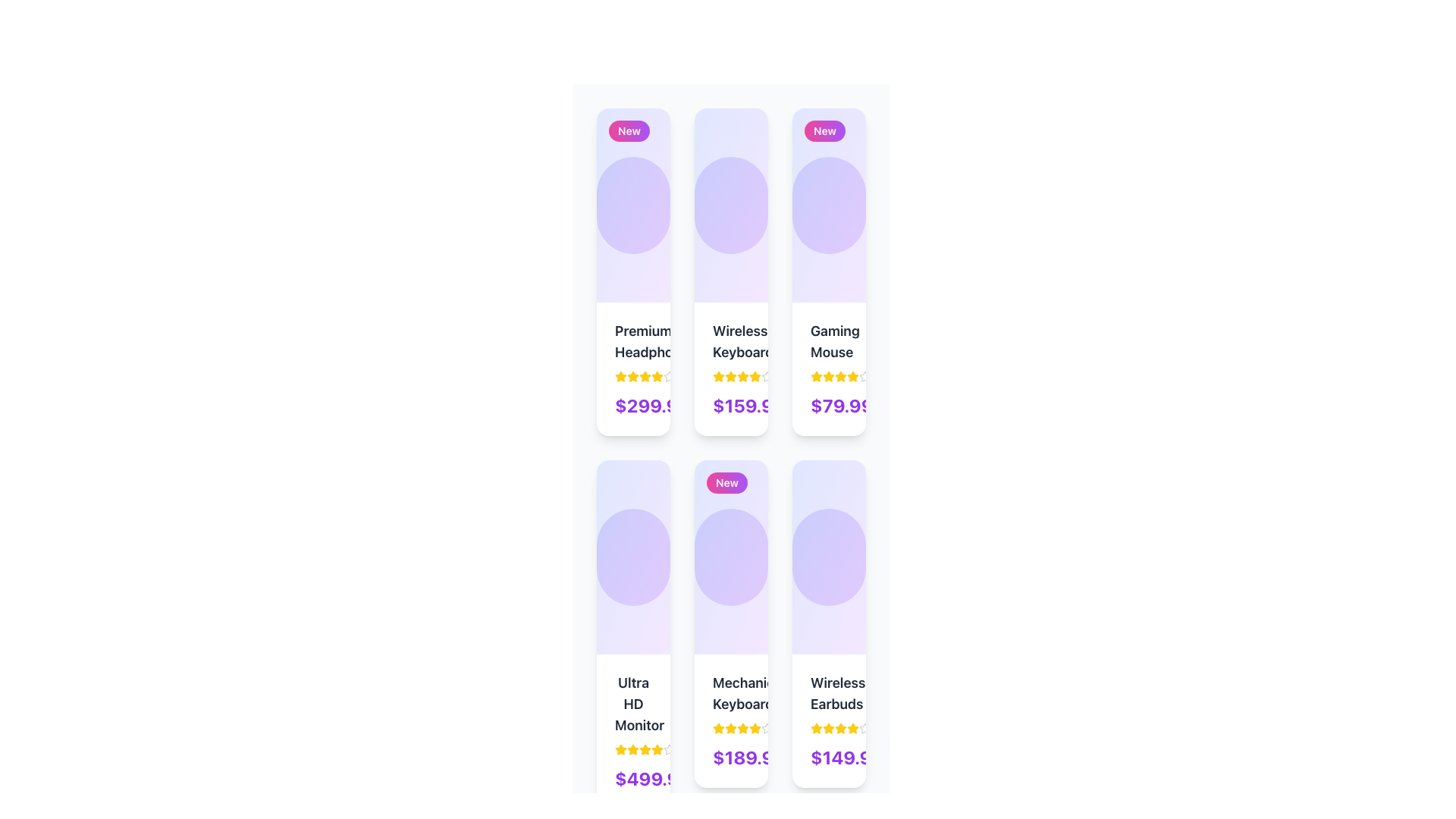 Image resolution: width=1456 pixels, height=819 pixels. What do you see at coordinates (731, 758) in the screenshot?
I see `the price text label located at the bottom section of the card for the 'Mechanical Keyboard' product, which is situated just below the rating stars and above the card's base` at bounding box center [731, 758].